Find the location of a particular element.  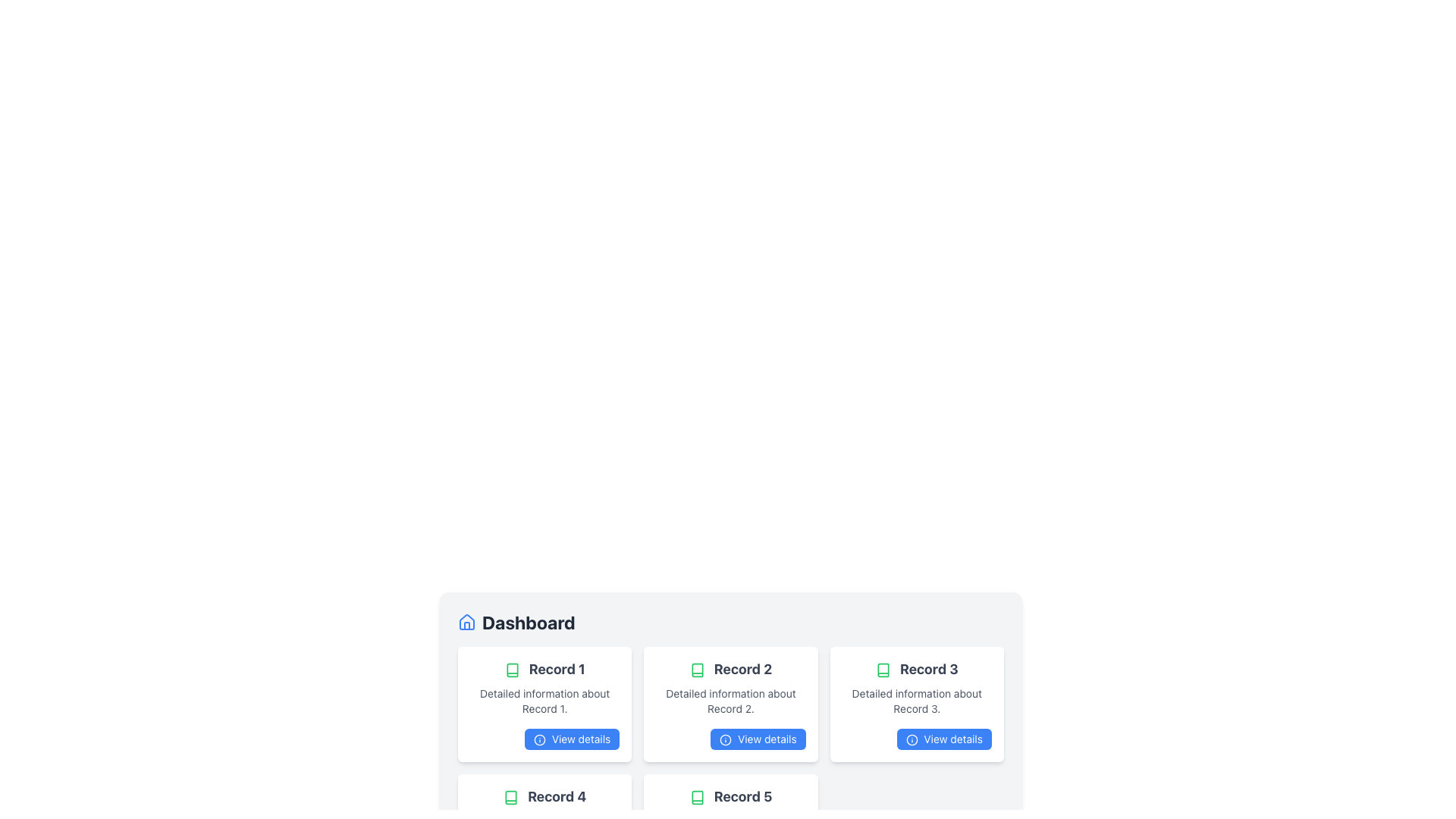

the text label that displays 'Record 3', which is styled in bold dark gray and located in the top-right card of a grid layout, next to a small green icon is located at coordinates (916, 669).